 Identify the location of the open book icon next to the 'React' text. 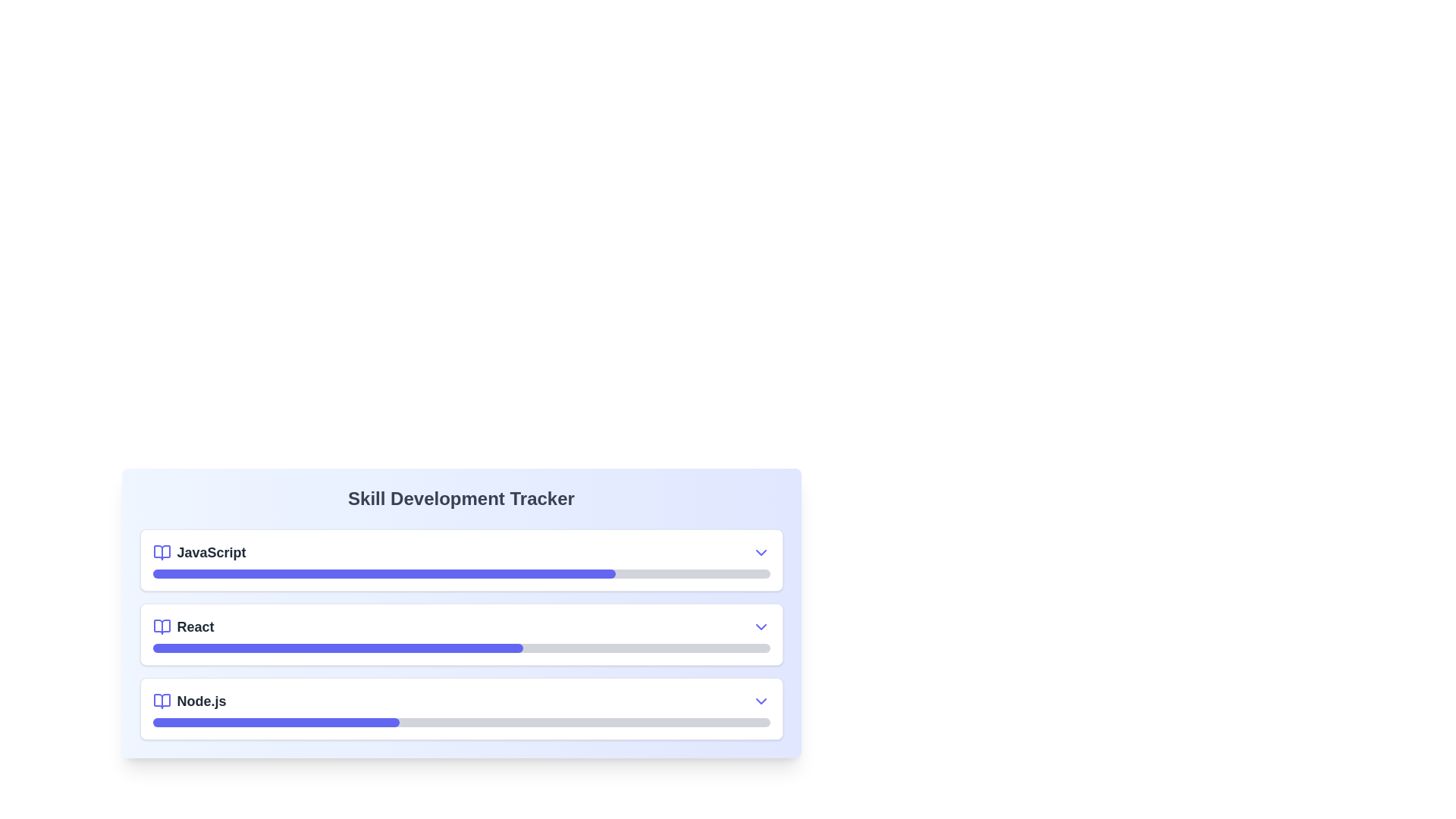
(183, 626).